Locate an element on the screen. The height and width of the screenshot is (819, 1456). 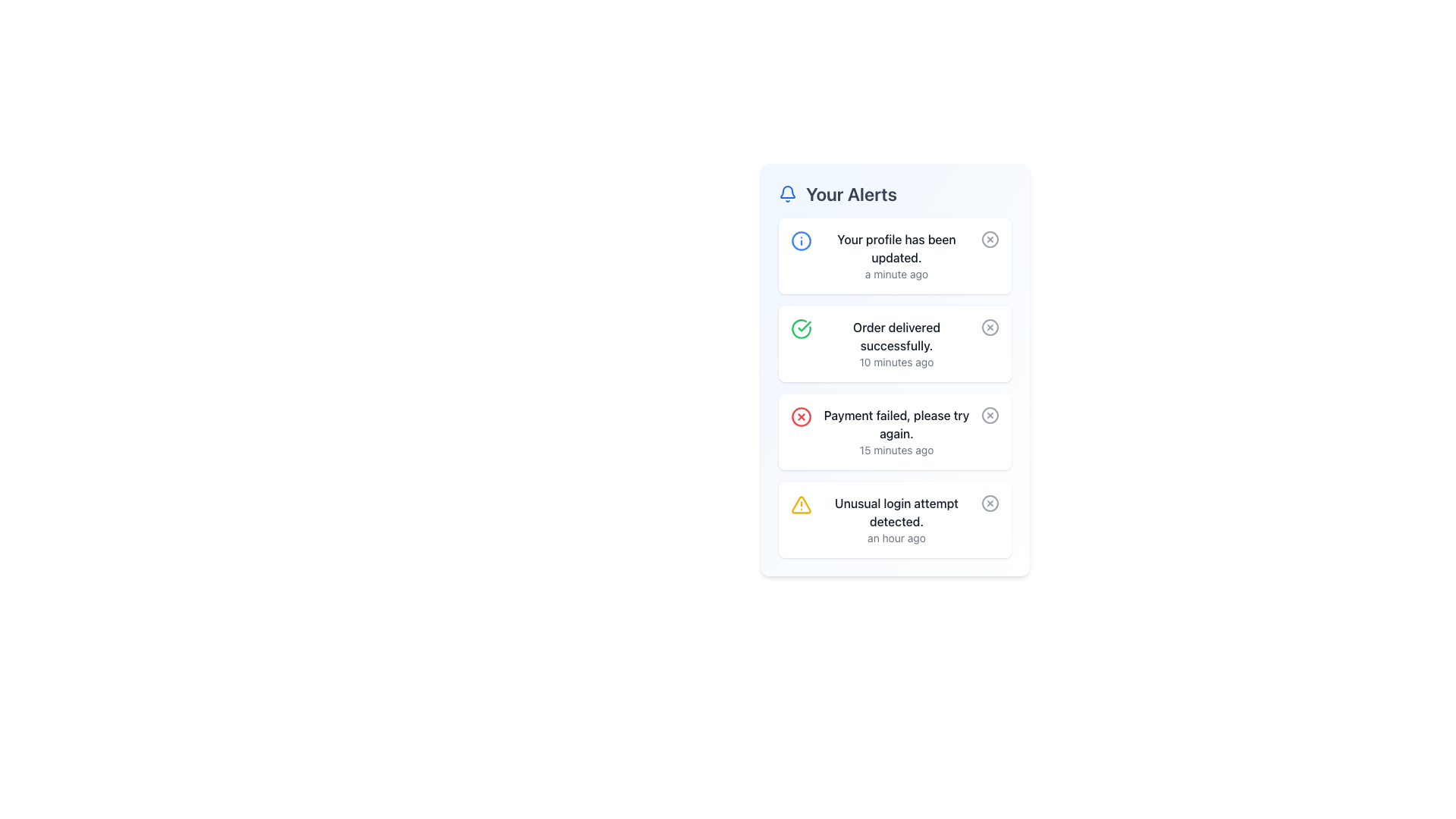
the informational icon located in the first alert box of the 'Your Alerts' section, which is positioned to the left of the text 'Your profile has been updated.' is located at coordinates (800, 240).